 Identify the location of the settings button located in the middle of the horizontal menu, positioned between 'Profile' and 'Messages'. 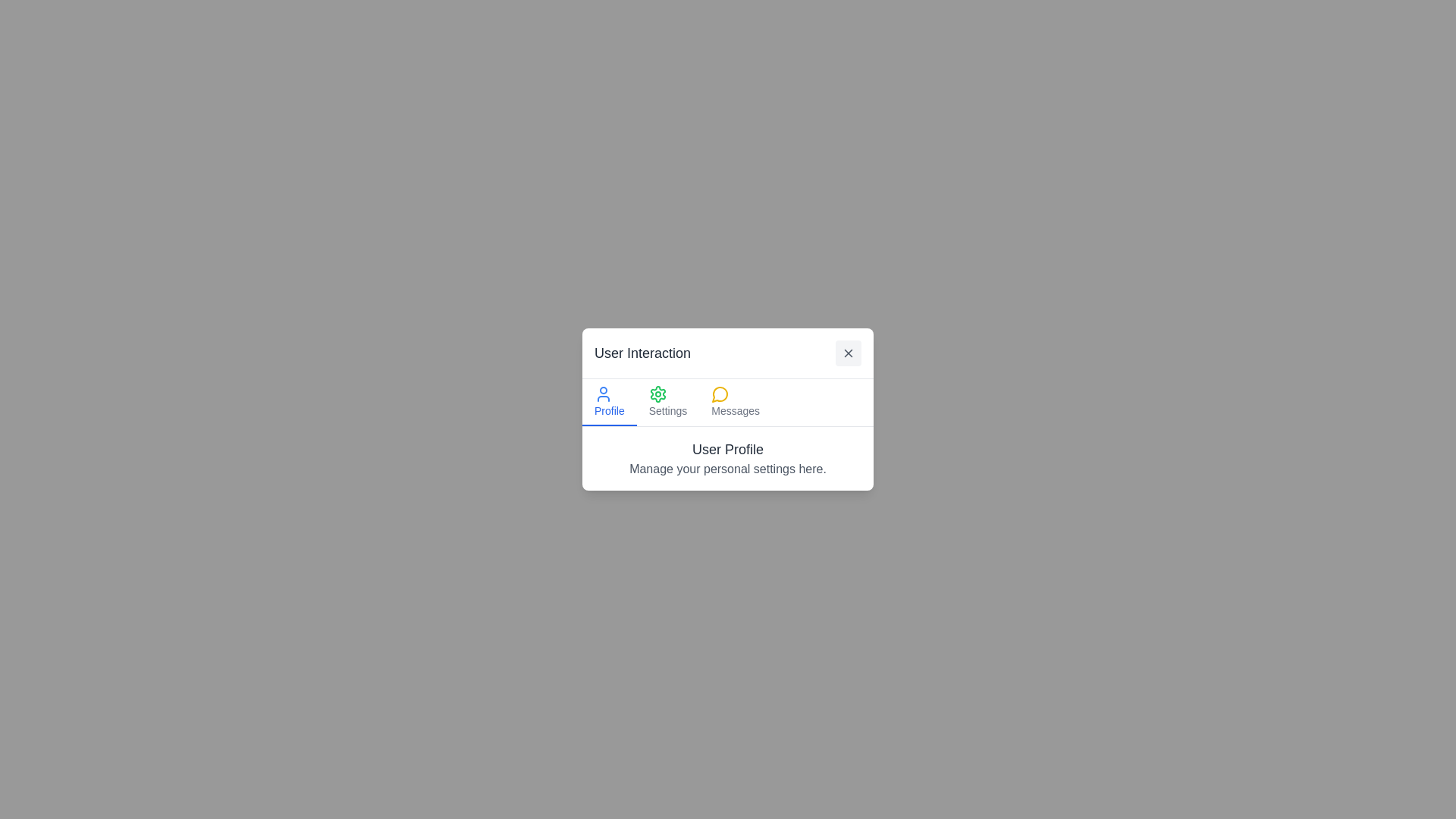
(667, 402).